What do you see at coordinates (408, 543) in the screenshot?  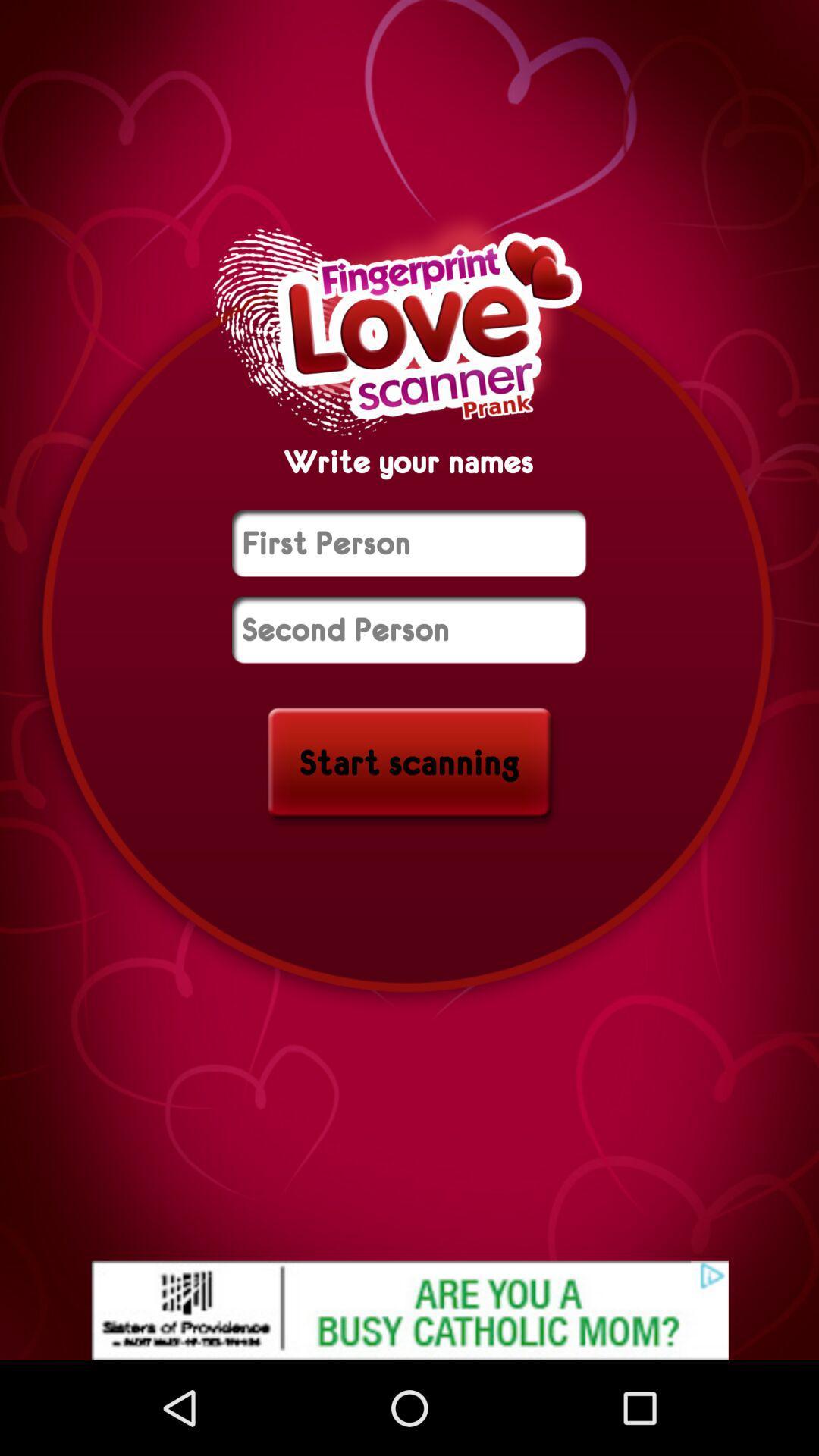 I see `name` at bounding box center [408, 543].